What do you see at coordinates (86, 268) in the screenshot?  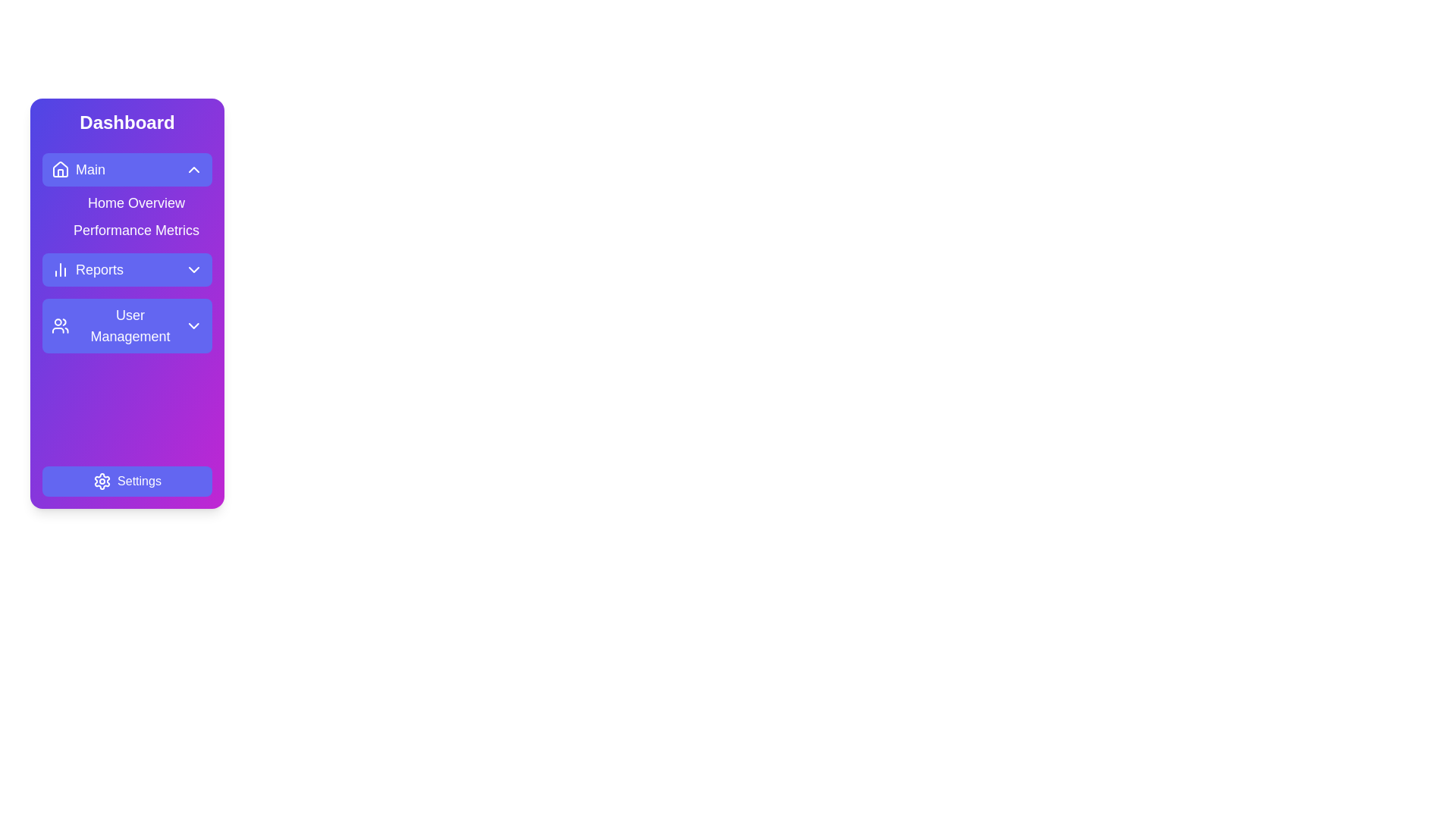 I see `the 'Reports' navigation label in the left sidebar menu, which contains text and an icon, positioned below 'Main' and above 'User Management'` at bounding box center [86, 268].